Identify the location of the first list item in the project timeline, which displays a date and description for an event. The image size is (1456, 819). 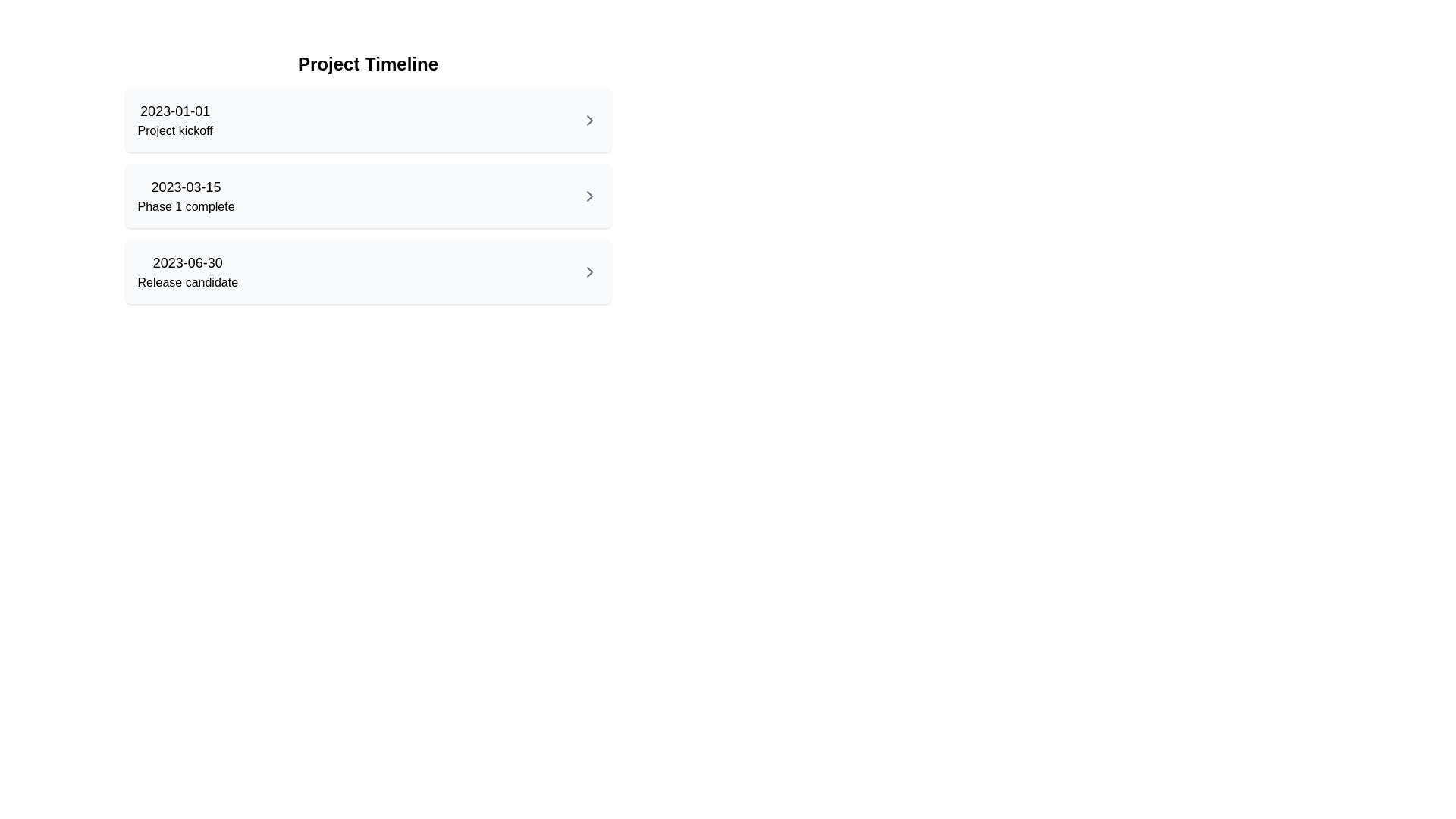
(368, 119).